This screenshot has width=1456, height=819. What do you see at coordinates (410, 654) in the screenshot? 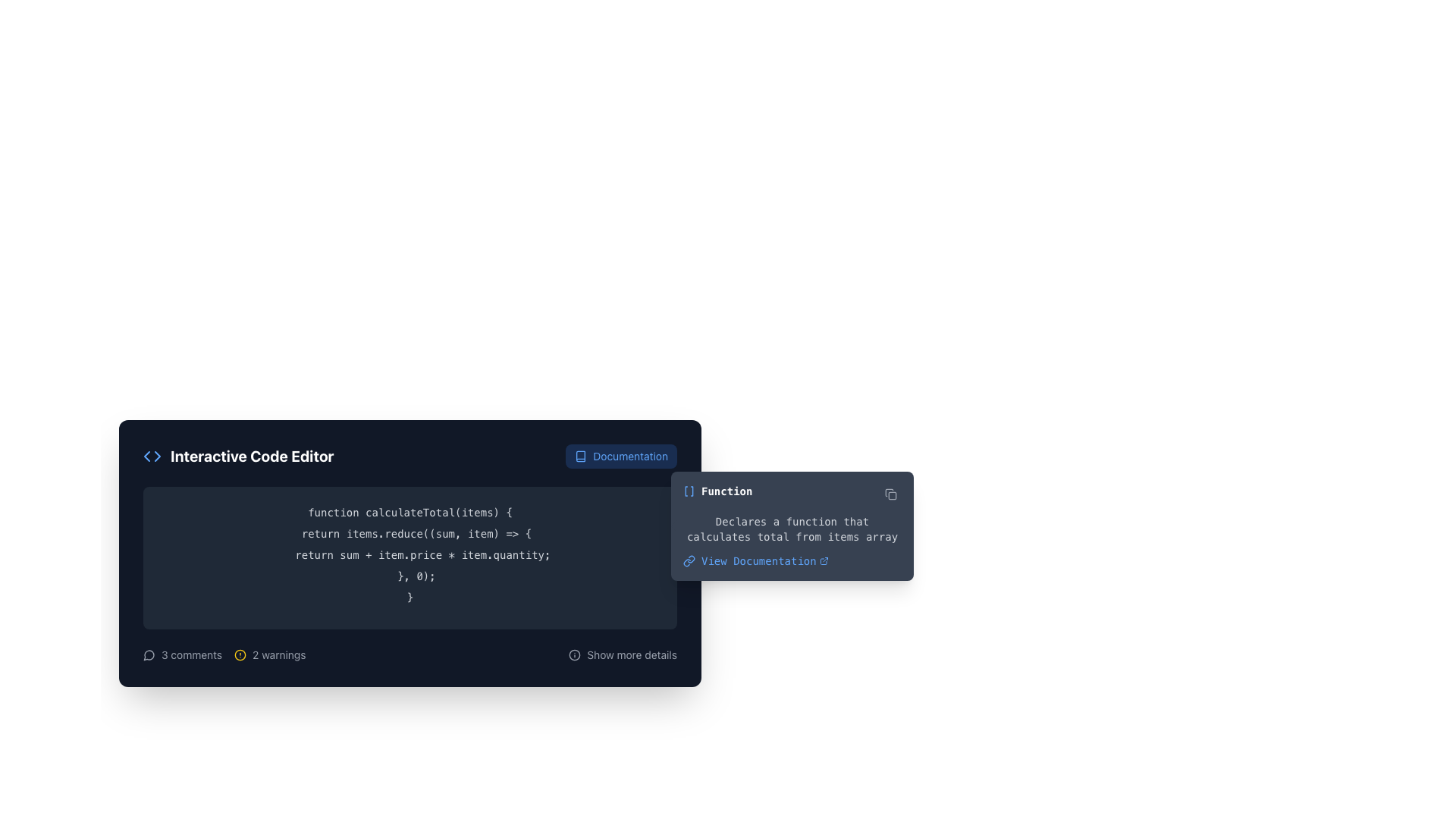
I see `displayed counts of comments ('3 comments') and warnings ('2 warnings') from the informational bar located at the bottom of the Interactive Code Editor component` at bounding box center [410, 654].